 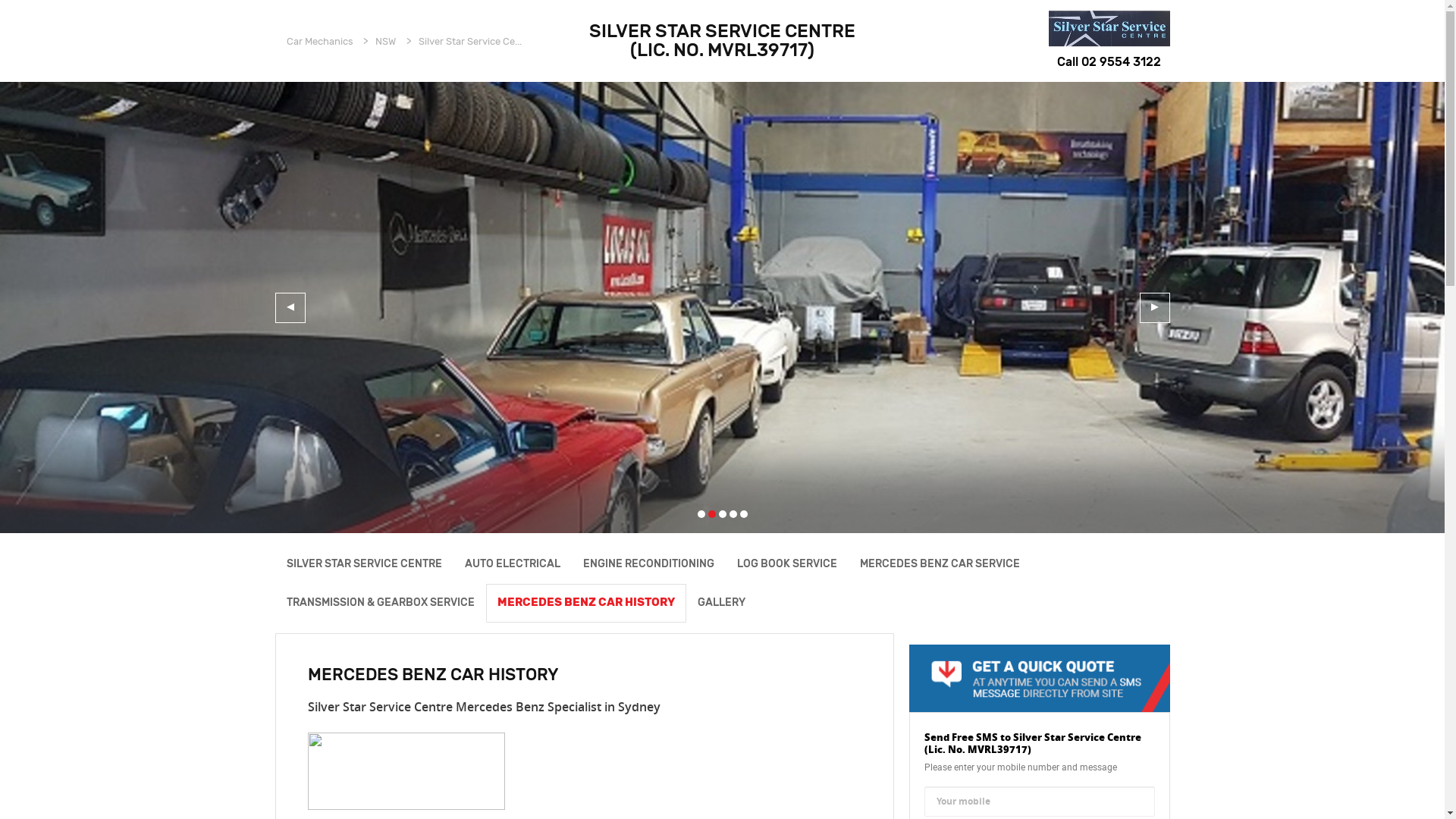 What do you see at coordinates (1109, 61) in the screenshot?
I see `'Call 02 9554 3122'` at bounding box center [1109, 61].